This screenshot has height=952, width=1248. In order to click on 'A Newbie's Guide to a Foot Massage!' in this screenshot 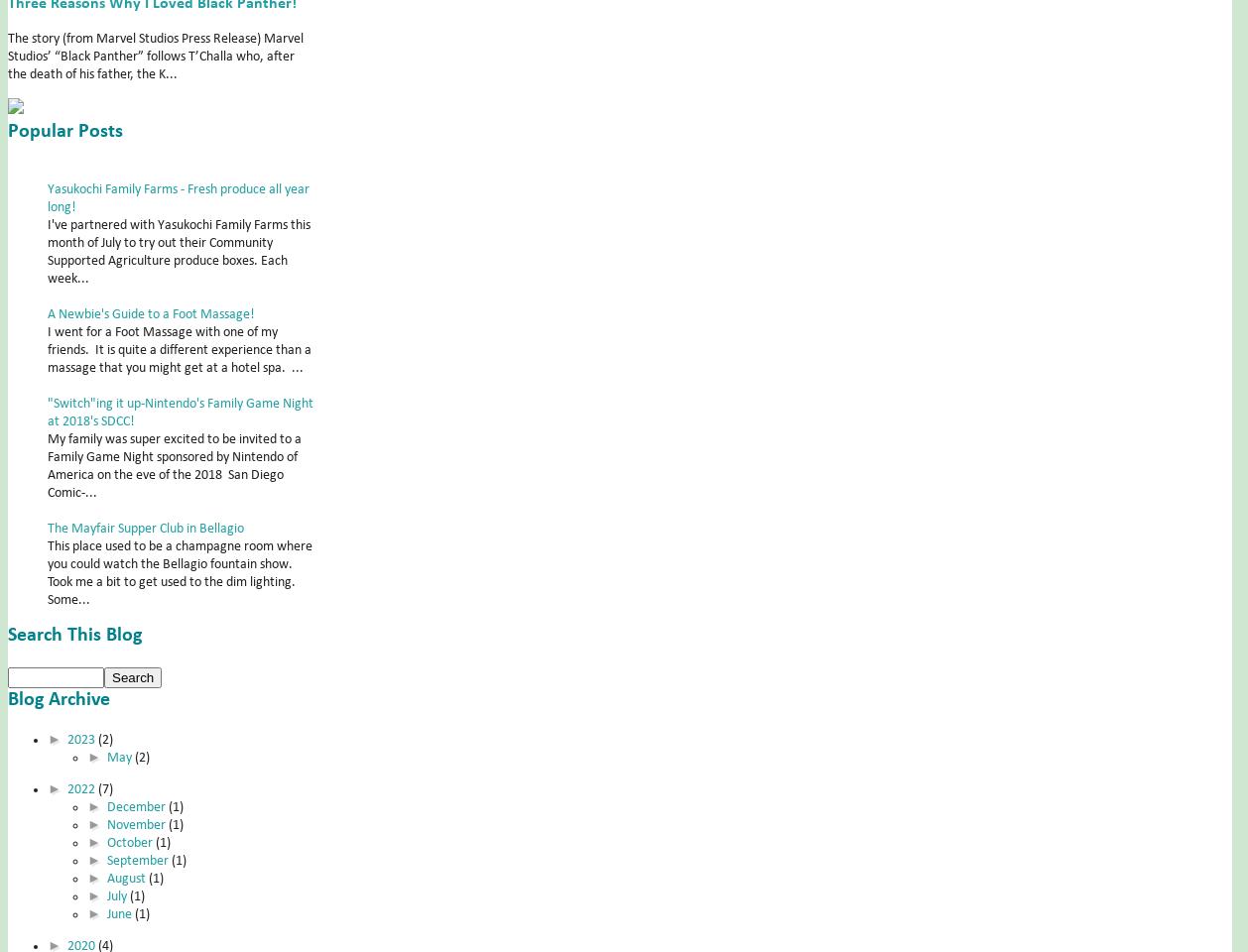, I will do `click(151, 313)`.